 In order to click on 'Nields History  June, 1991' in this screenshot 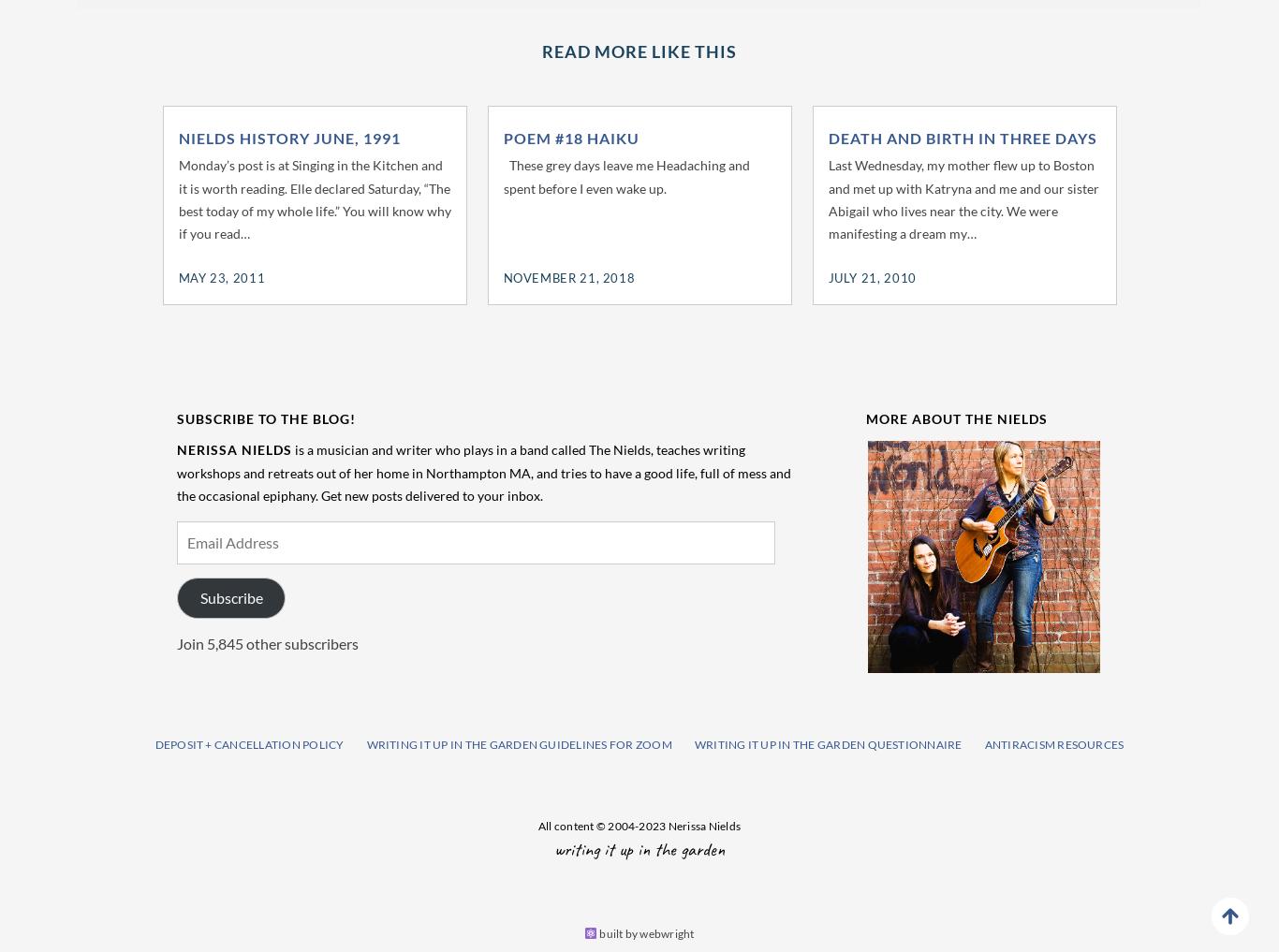, I will do `click(177, 136)`.